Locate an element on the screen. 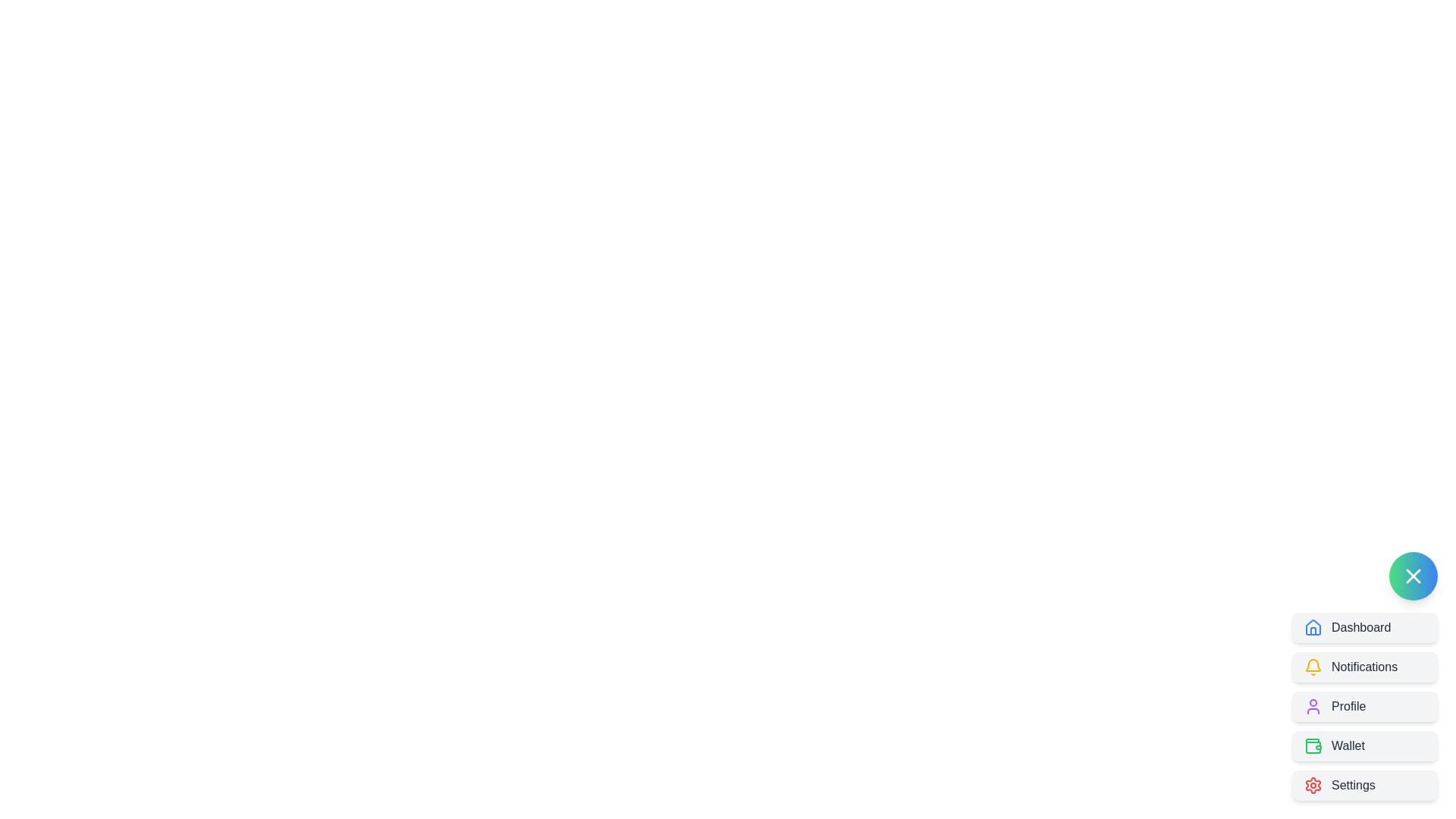 The width and height of the screenshot is (1456, 819). the interactive button labeled 'Notifications' with a yellow bell icon is located at coordinates (1365, 675).